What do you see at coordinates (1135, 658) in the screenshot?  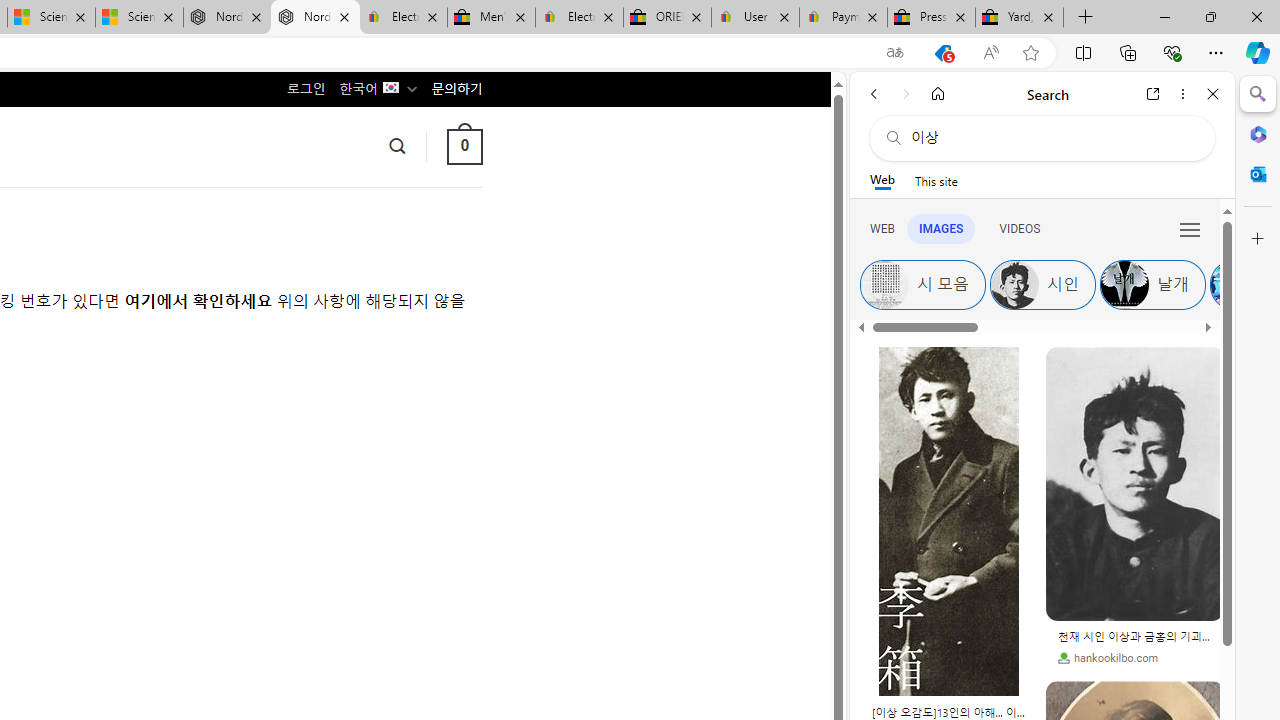 I see `'hankookilbo.com'` at bounding box center [1135, 658].